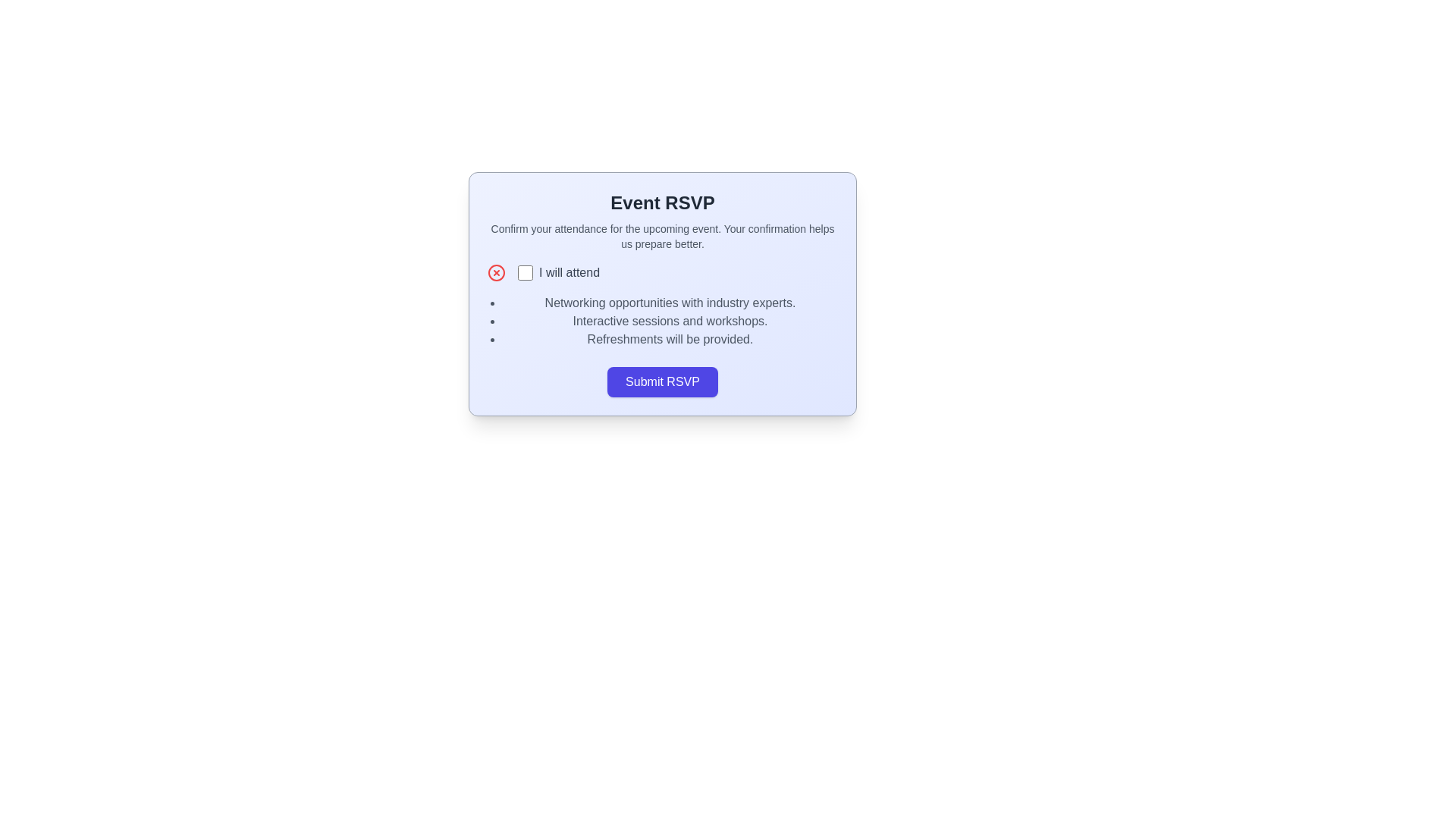 This screenshot has width=1456, height=819. Describe the element at coordinates (669, 303) in the screenshot. I see `the static text element that provides information about networking opportunities, which is the first item in a bulleted list located below the 'I will attend' checkbox` at that location.